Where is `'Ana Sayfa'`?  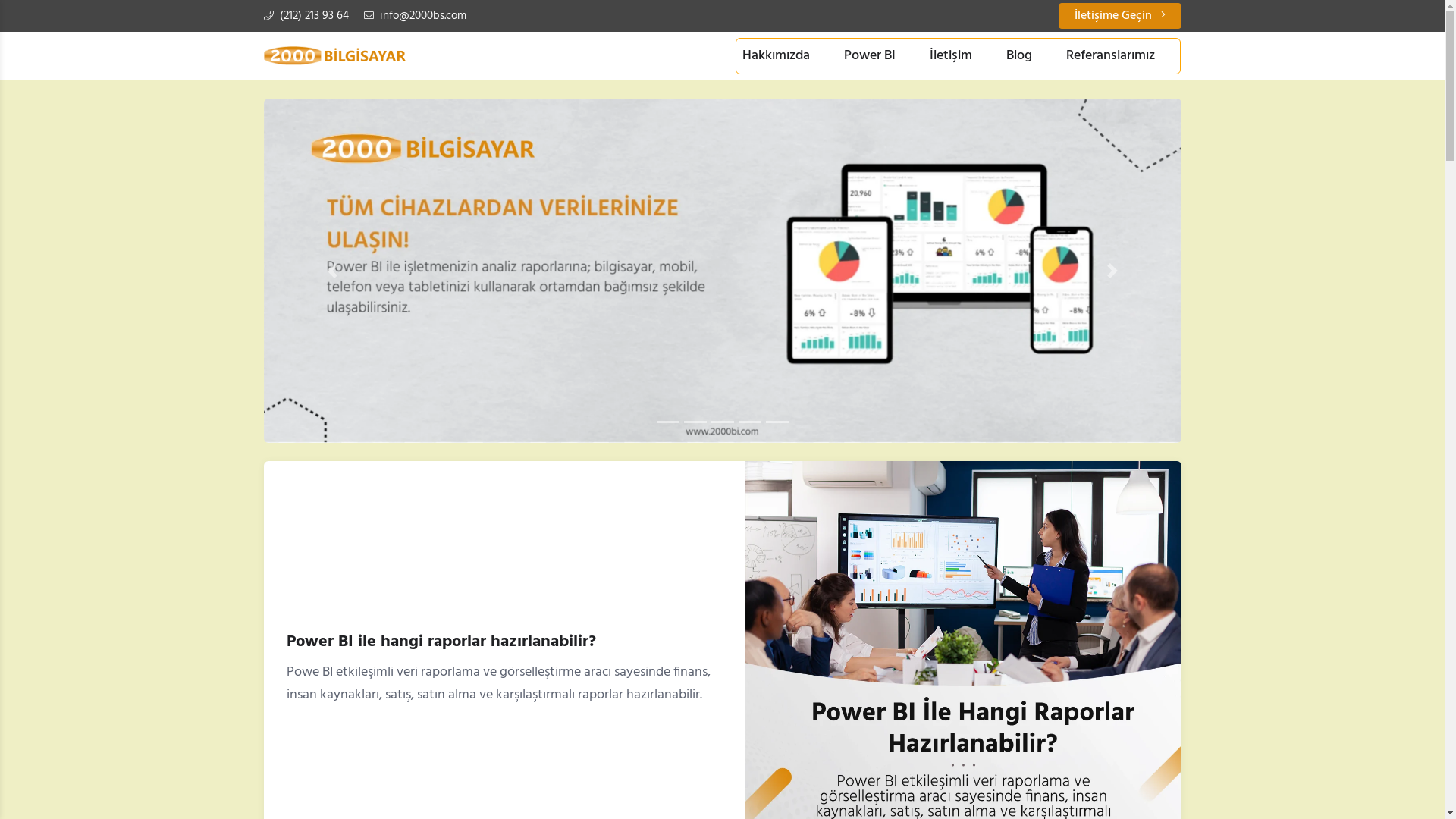
'Ana Sayfa' is located at coordinates (334, 55).